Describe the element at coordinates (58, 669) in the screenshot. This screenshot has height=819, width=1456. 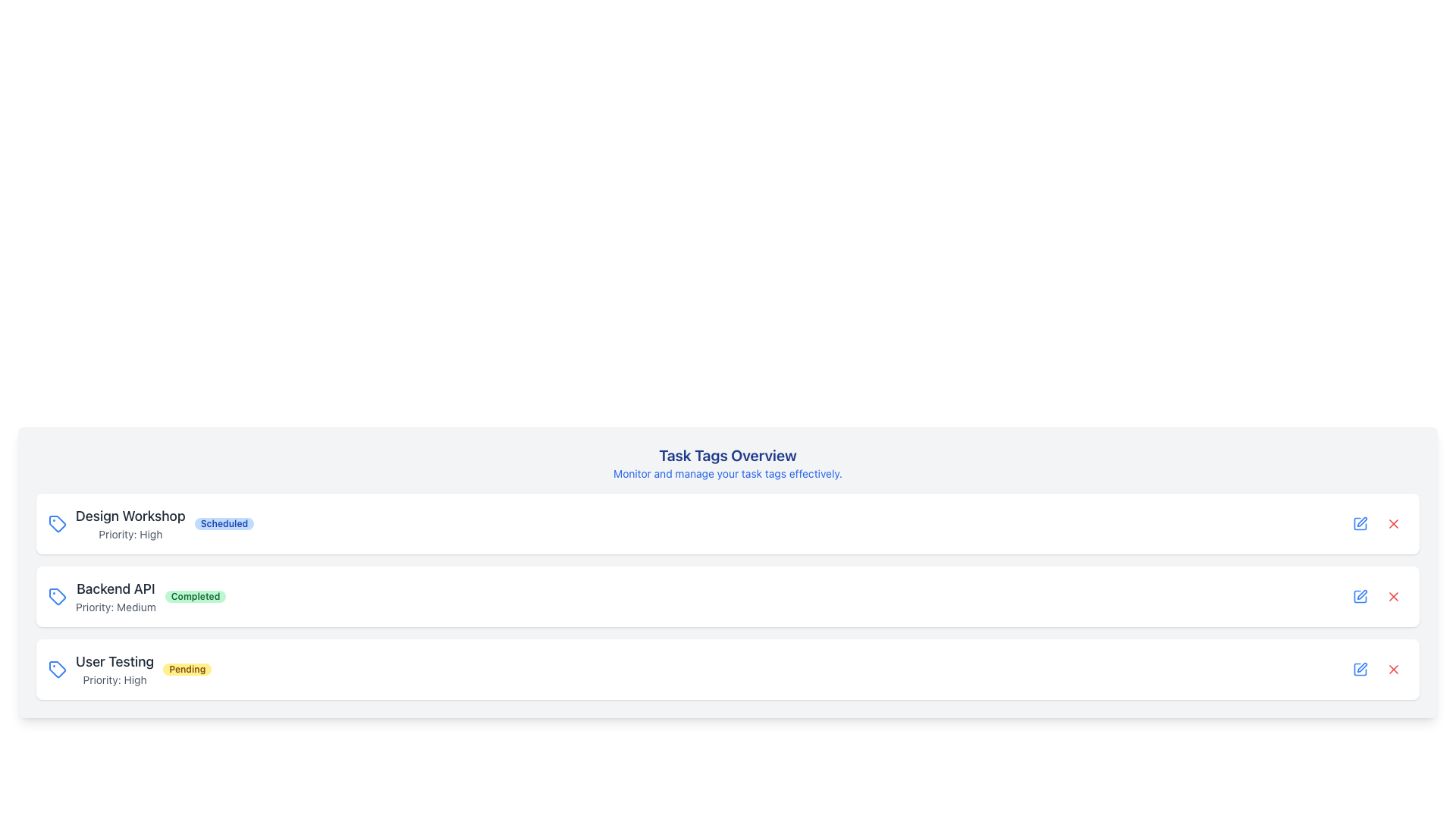
I see `the small blue-colored tag icon located to the left of the text label 'User Testing'` at that location.